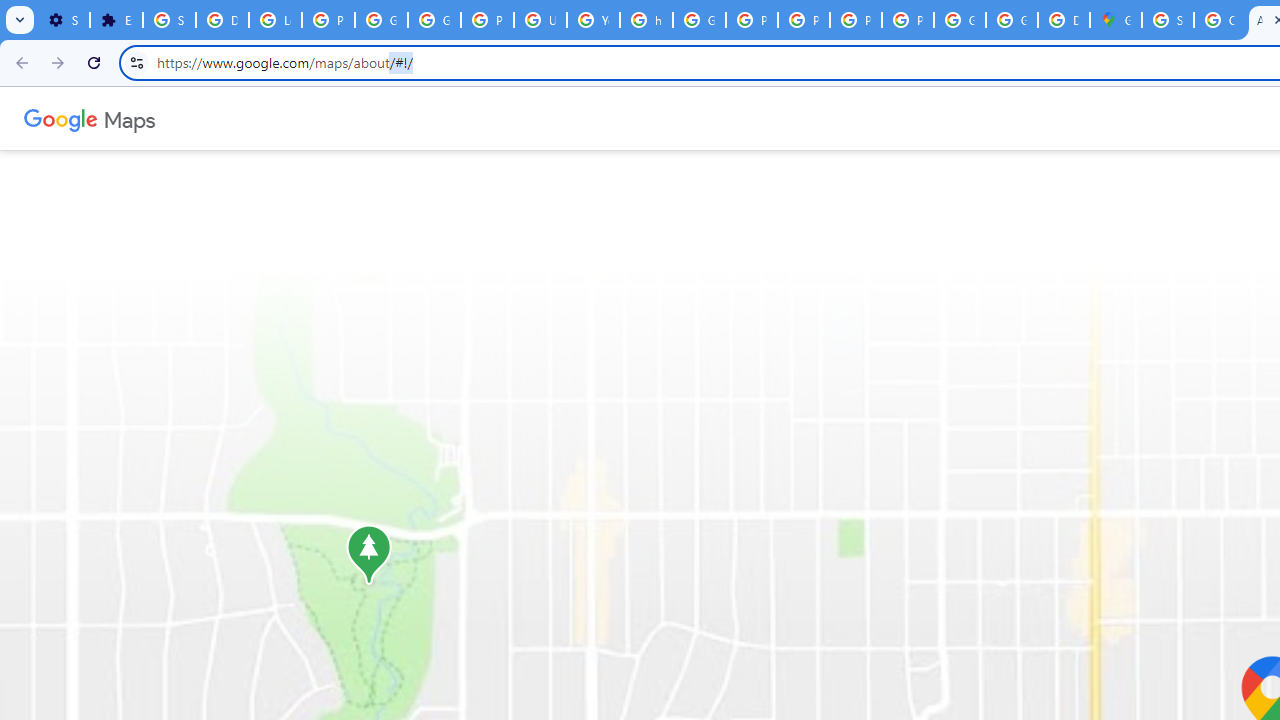 The image size is (1280, 720). Describe the element at coordinates (381, 20) in the screenshot. I see `'Google Account Help'` at that location.